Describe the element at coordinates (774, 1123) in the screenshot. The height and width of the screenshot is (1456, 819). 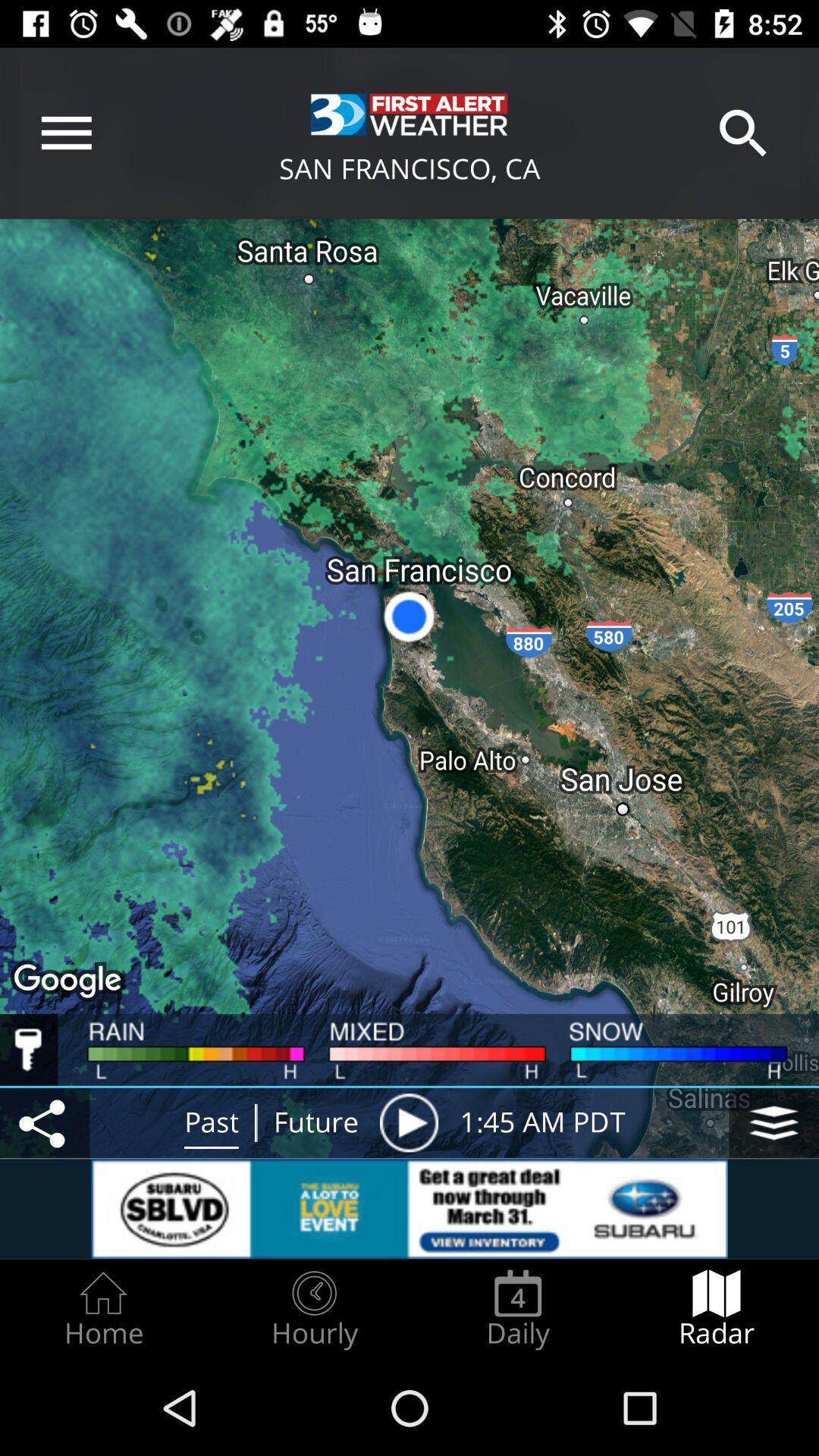
I see `the icon next to the play icon` at that location.